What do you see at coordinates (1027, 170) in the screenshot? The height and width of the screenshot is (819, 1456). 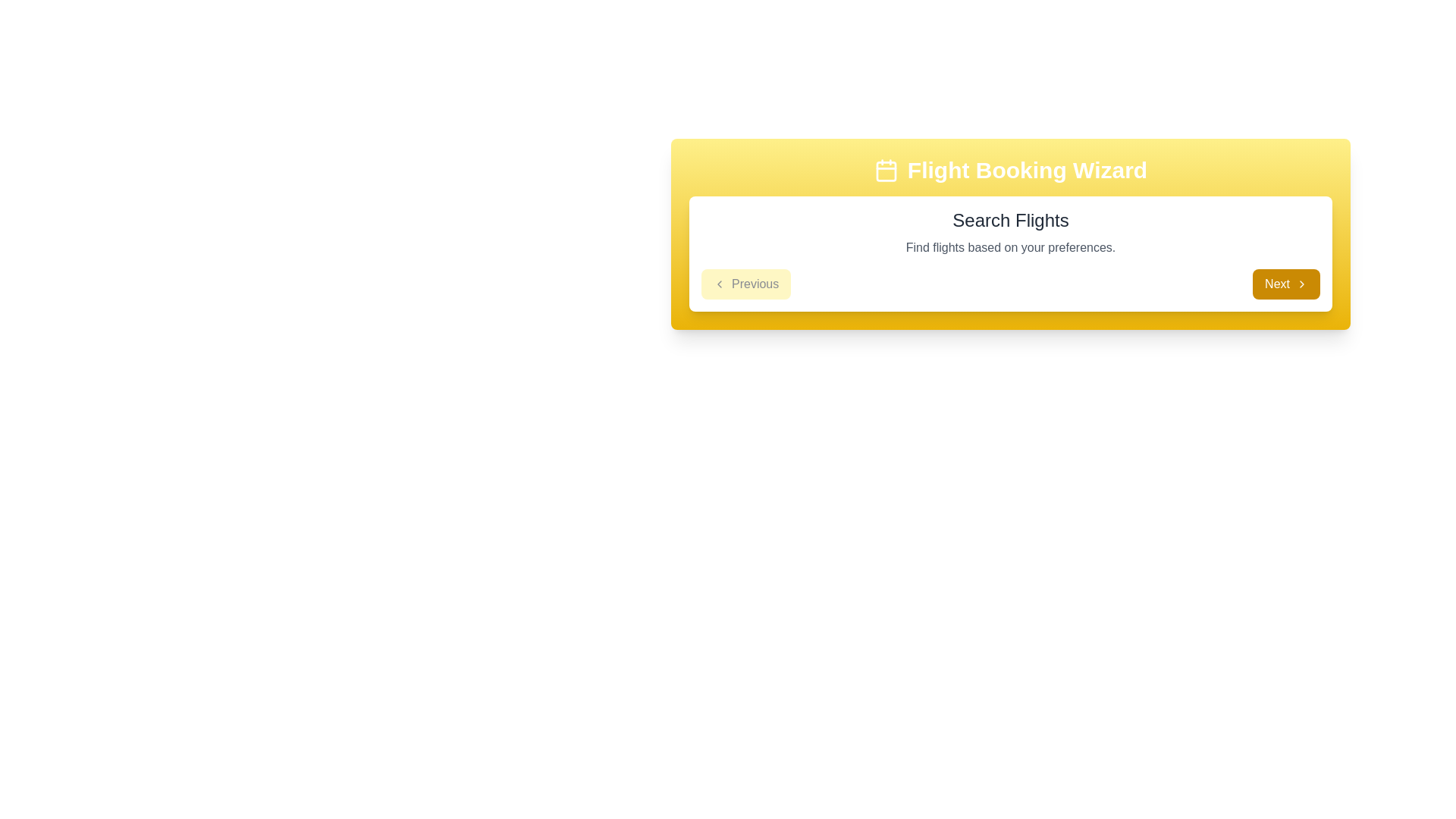 I see `static text label that serves as the title for the 'Flight Booking Wizard' section, located within the yellow header section to the right of a calendar icon` at bounding box center [1027, 170].